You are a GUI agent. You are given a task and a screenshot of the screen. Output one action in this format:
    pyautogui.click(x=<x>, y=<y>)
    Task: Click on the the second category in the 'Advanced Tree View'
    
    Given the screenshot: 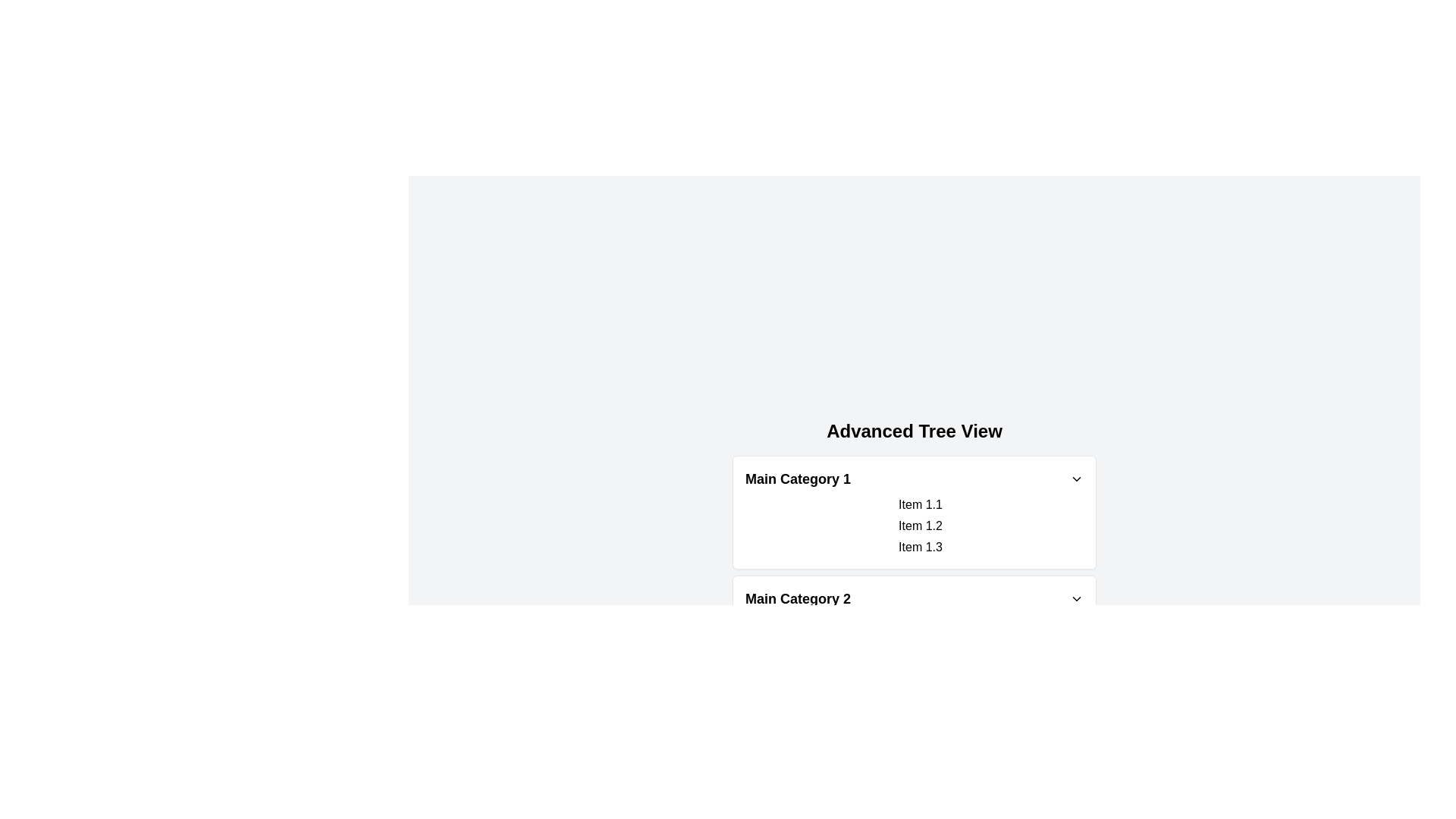 What is the action you would take?
    pyautogui.click(x=913, y=622)
    